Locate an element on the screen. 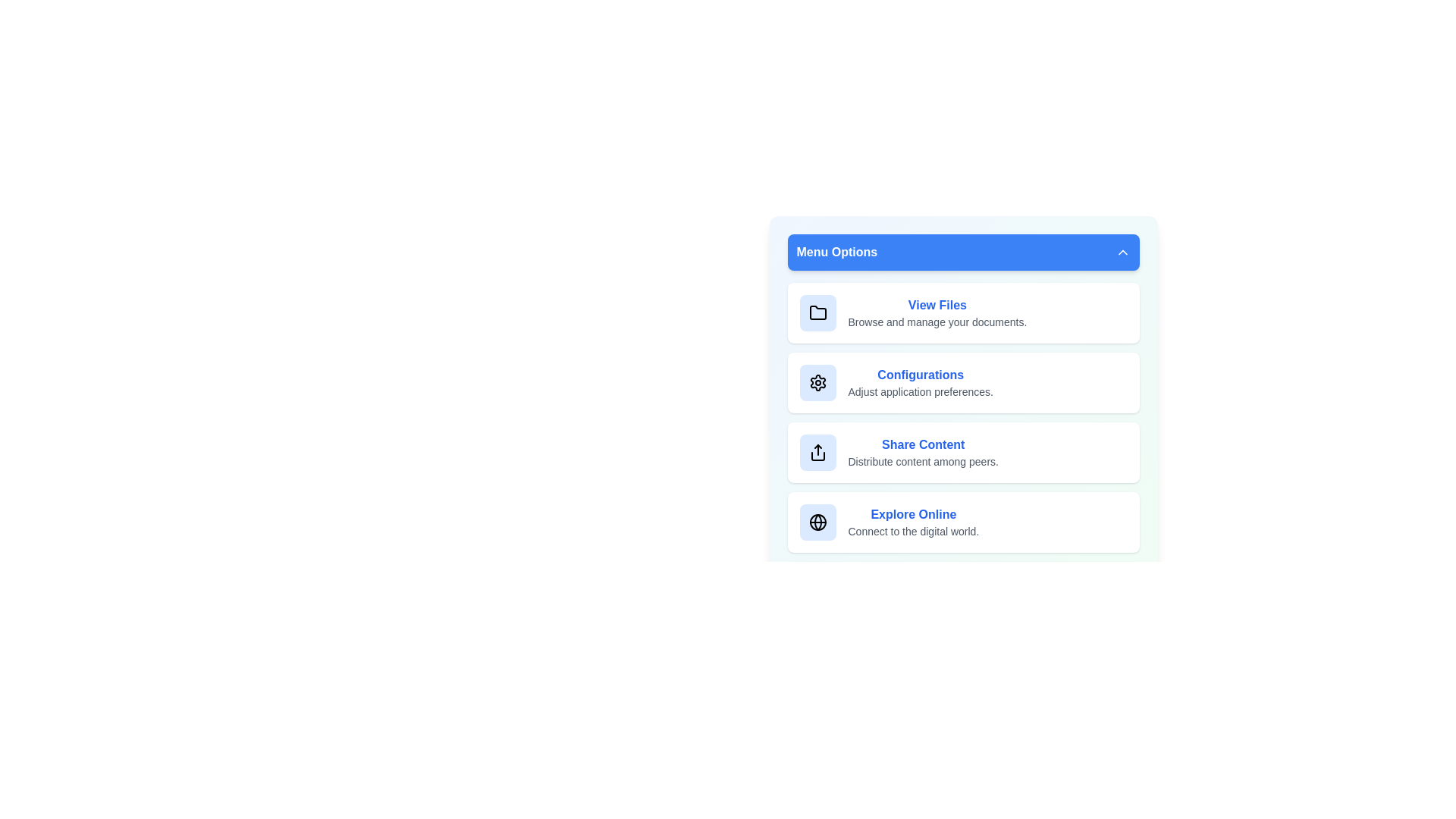  the menu item corresponding to Explore Online is located at coordinates (962, 522).